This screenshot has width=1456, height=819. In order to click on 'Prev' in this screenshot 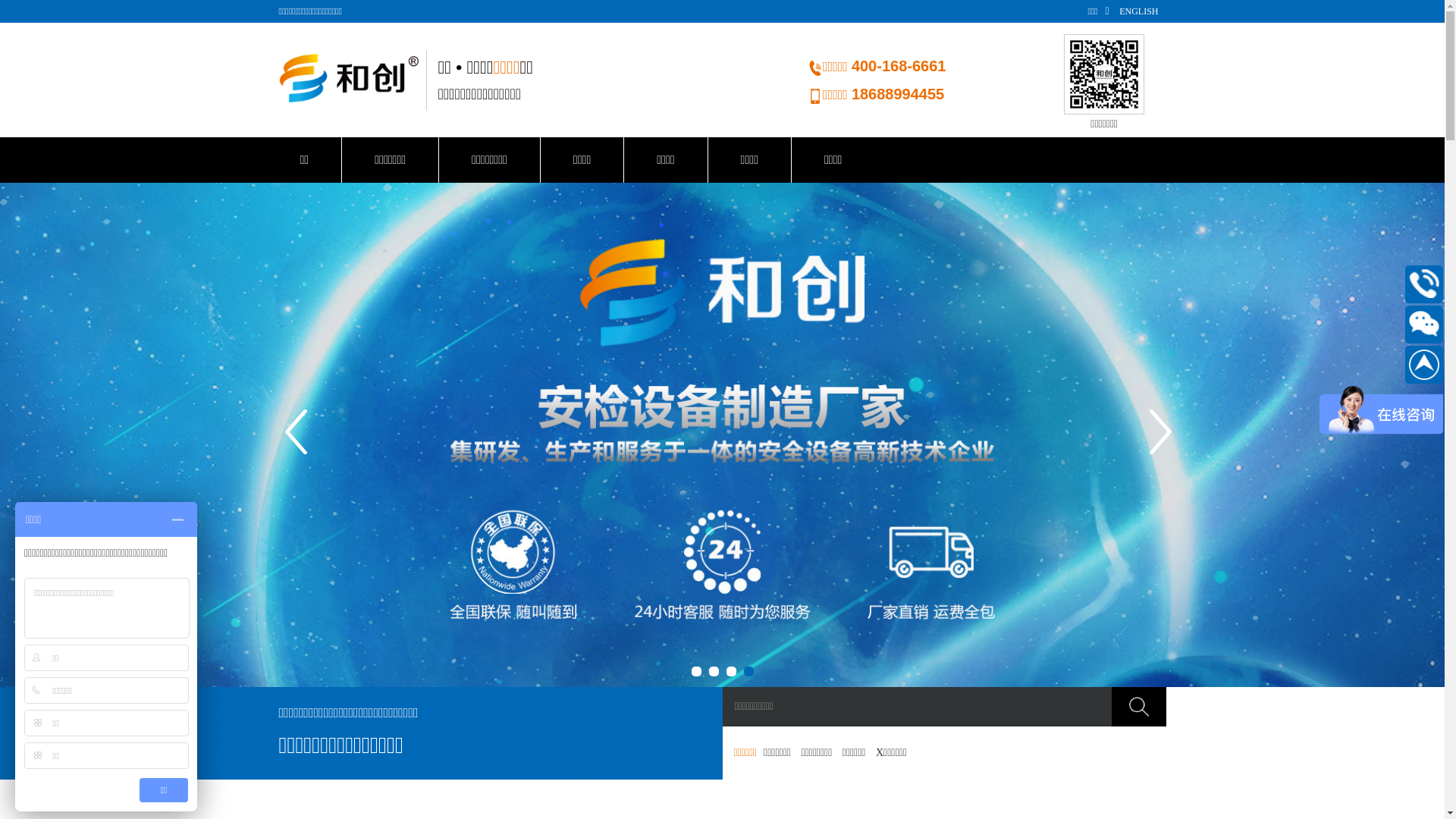, I will do `click(297, 435)`.